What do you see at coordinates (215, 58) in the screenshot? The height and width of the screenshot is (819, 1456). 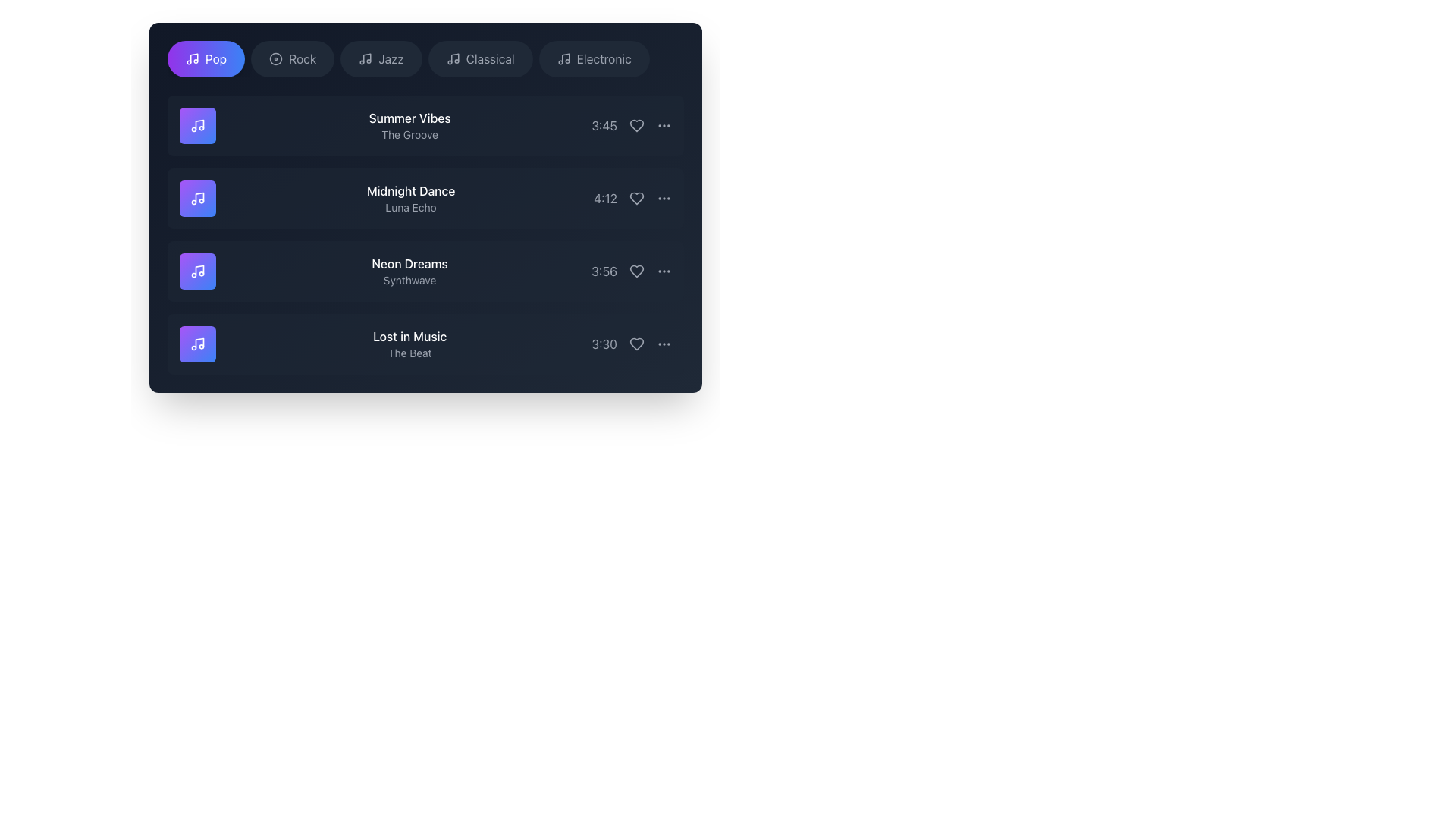 I see `the 'Pop' text label, which is displayed in white on a gradient background` at bounding box center [215, 58].